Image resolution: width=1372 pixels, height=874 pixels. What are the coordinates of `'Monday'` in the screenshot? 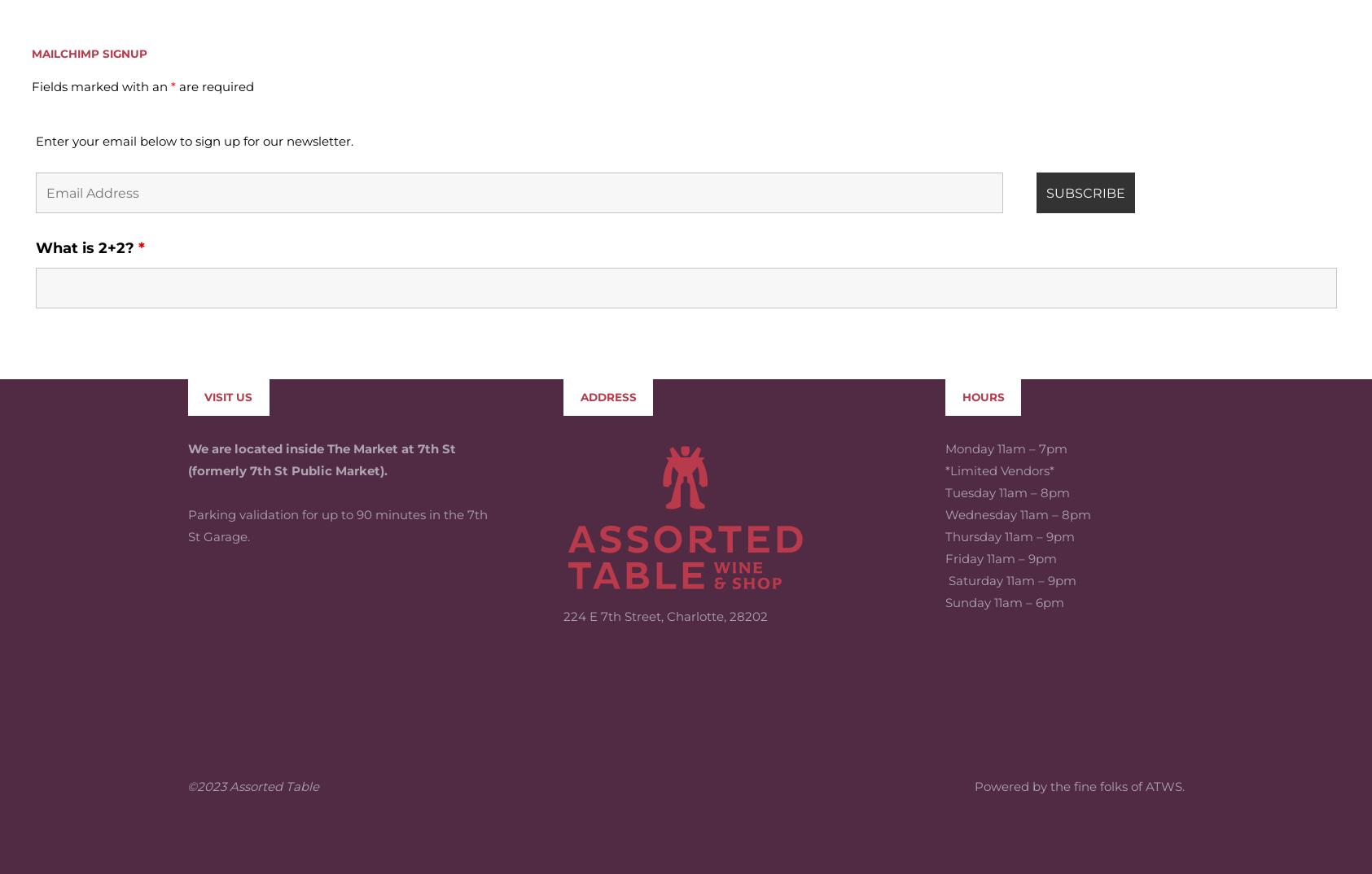 It's located at (969, 330).